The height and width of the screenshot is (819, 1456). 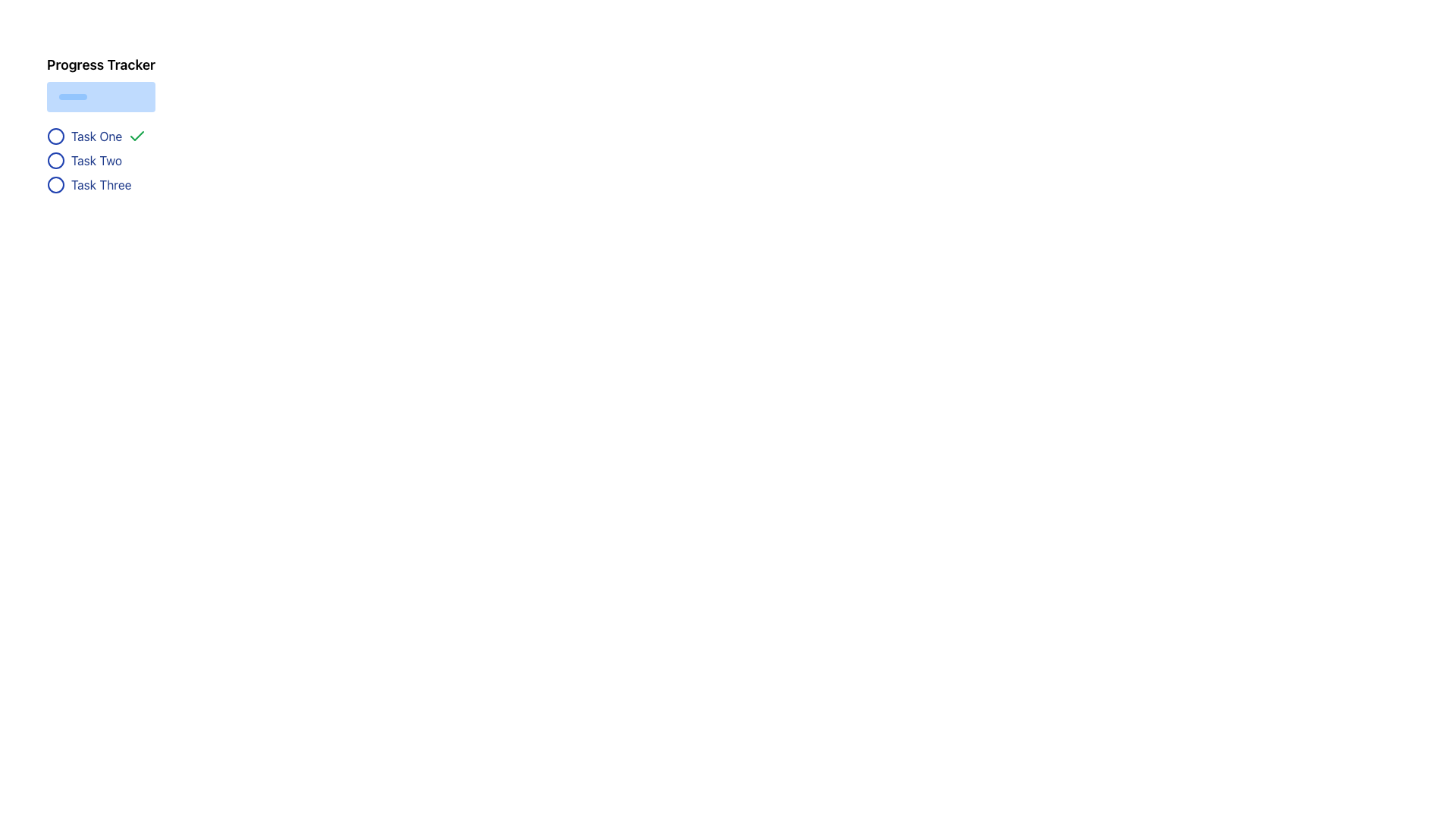 I want to click on the circular icon with a blue outline that is part of the task tracking interface next to 'Task One', so click(x=55, y=136).